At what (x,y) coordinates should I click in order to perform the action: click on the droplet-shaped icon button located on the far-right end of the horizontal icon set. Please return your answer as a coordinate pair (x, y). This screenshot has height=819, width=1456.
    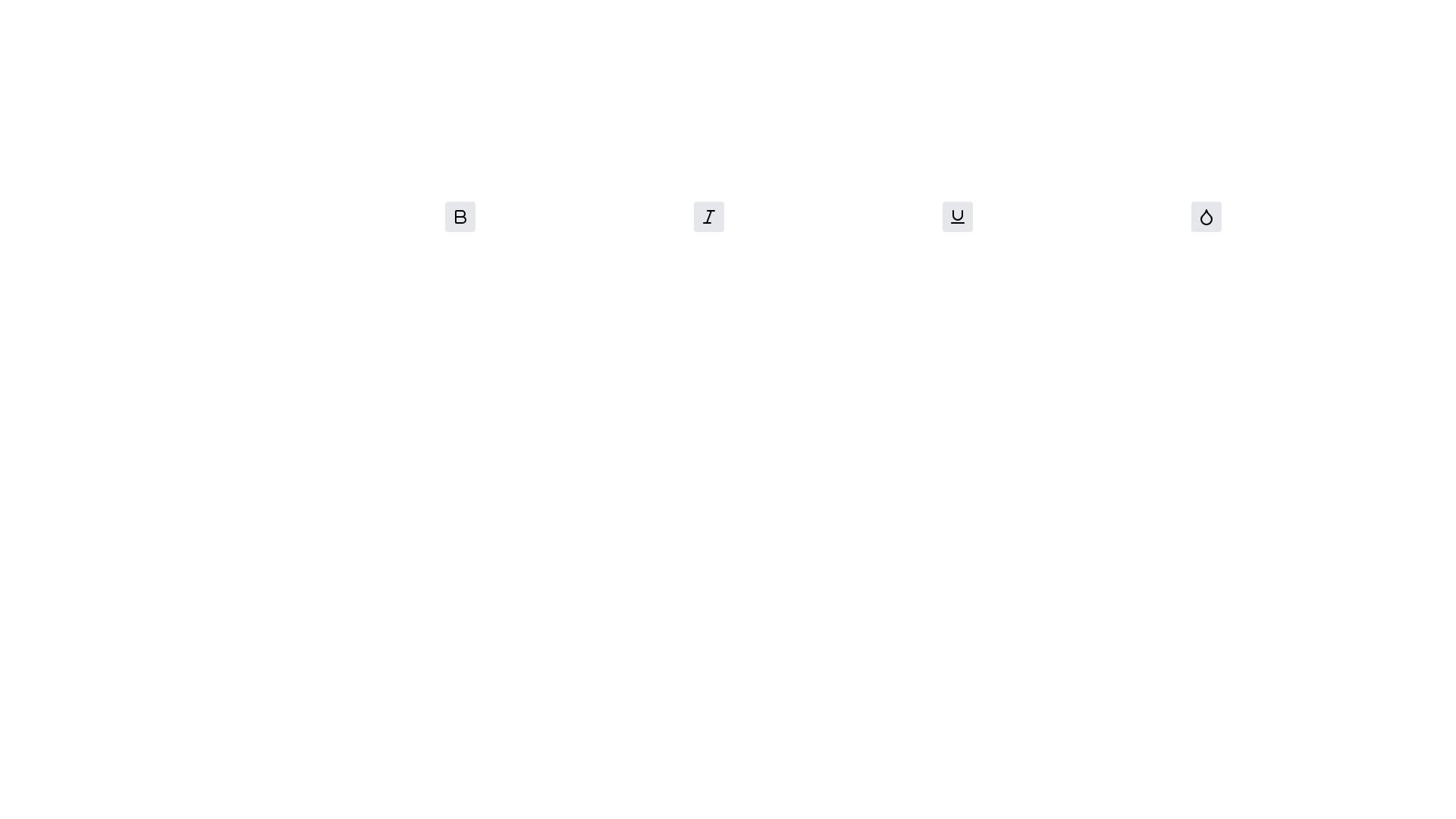
    Looking at the image, I should click on (1205, 216).